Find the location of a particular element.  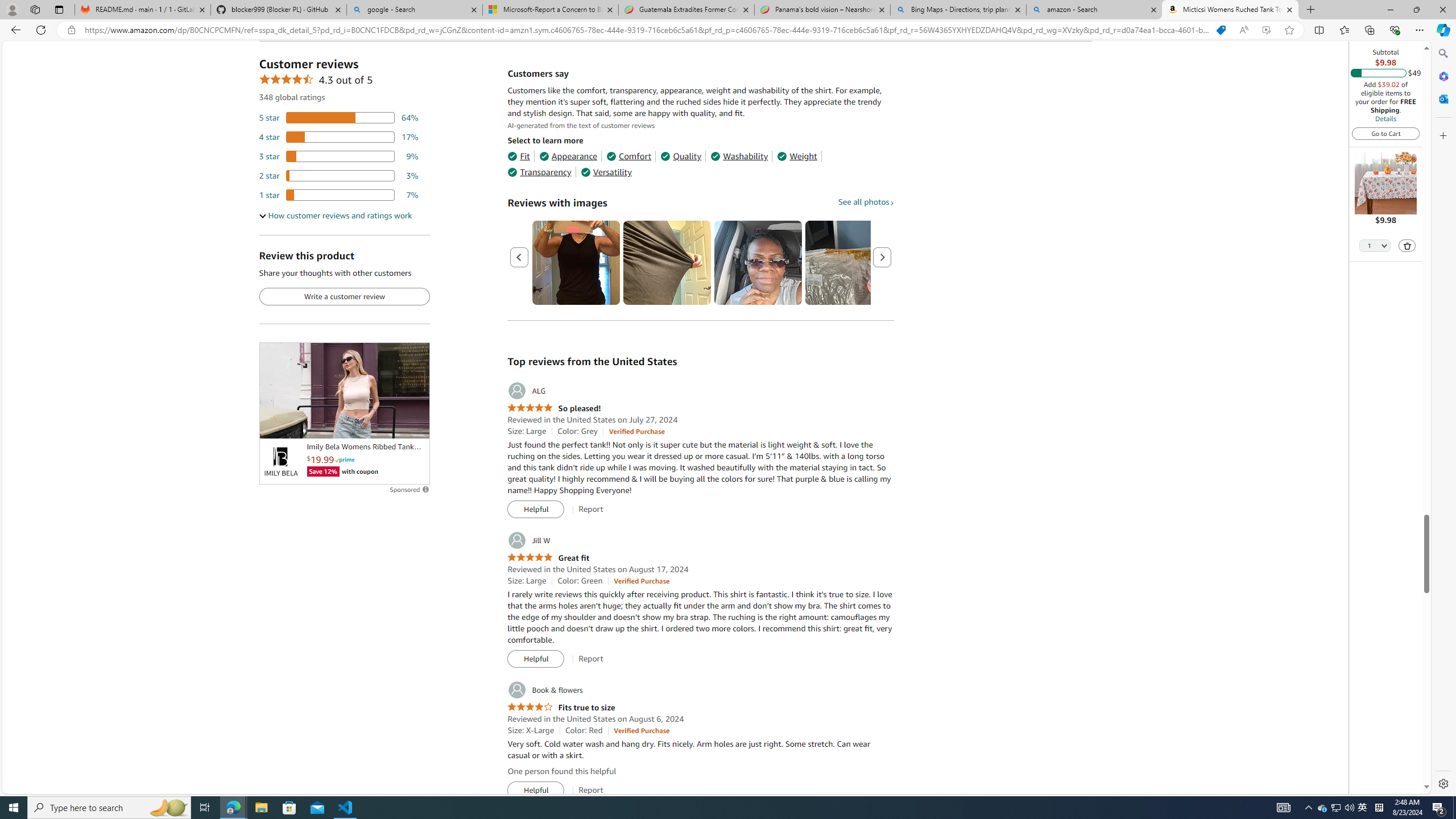

'5.0 out of 5 stars Great fit' is located at coordinates (547, 557).